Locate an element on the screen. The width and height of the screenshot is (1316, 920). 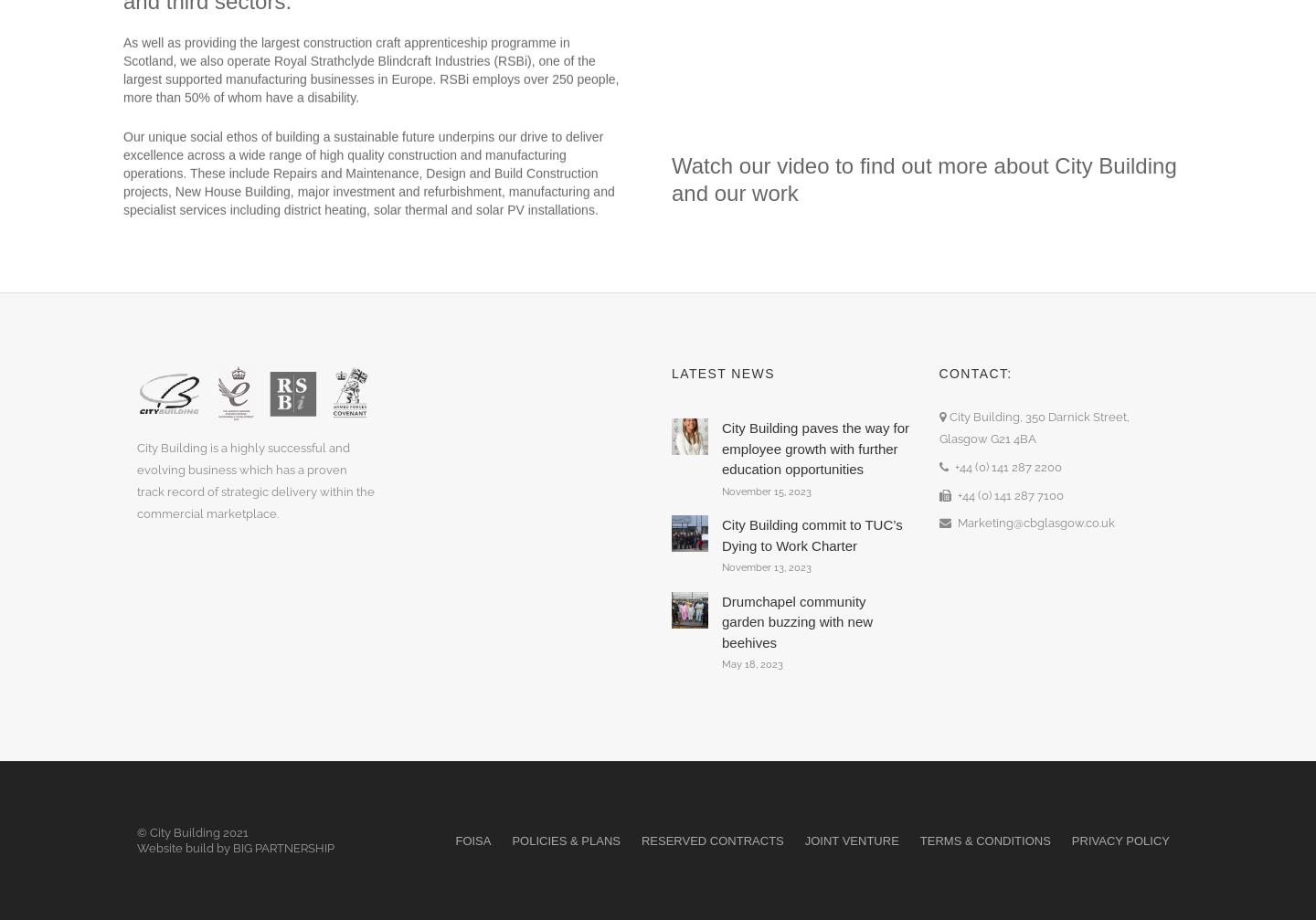
'Drumchapel community garden buzzing with new beehives' is located at coordinates (796, 620).